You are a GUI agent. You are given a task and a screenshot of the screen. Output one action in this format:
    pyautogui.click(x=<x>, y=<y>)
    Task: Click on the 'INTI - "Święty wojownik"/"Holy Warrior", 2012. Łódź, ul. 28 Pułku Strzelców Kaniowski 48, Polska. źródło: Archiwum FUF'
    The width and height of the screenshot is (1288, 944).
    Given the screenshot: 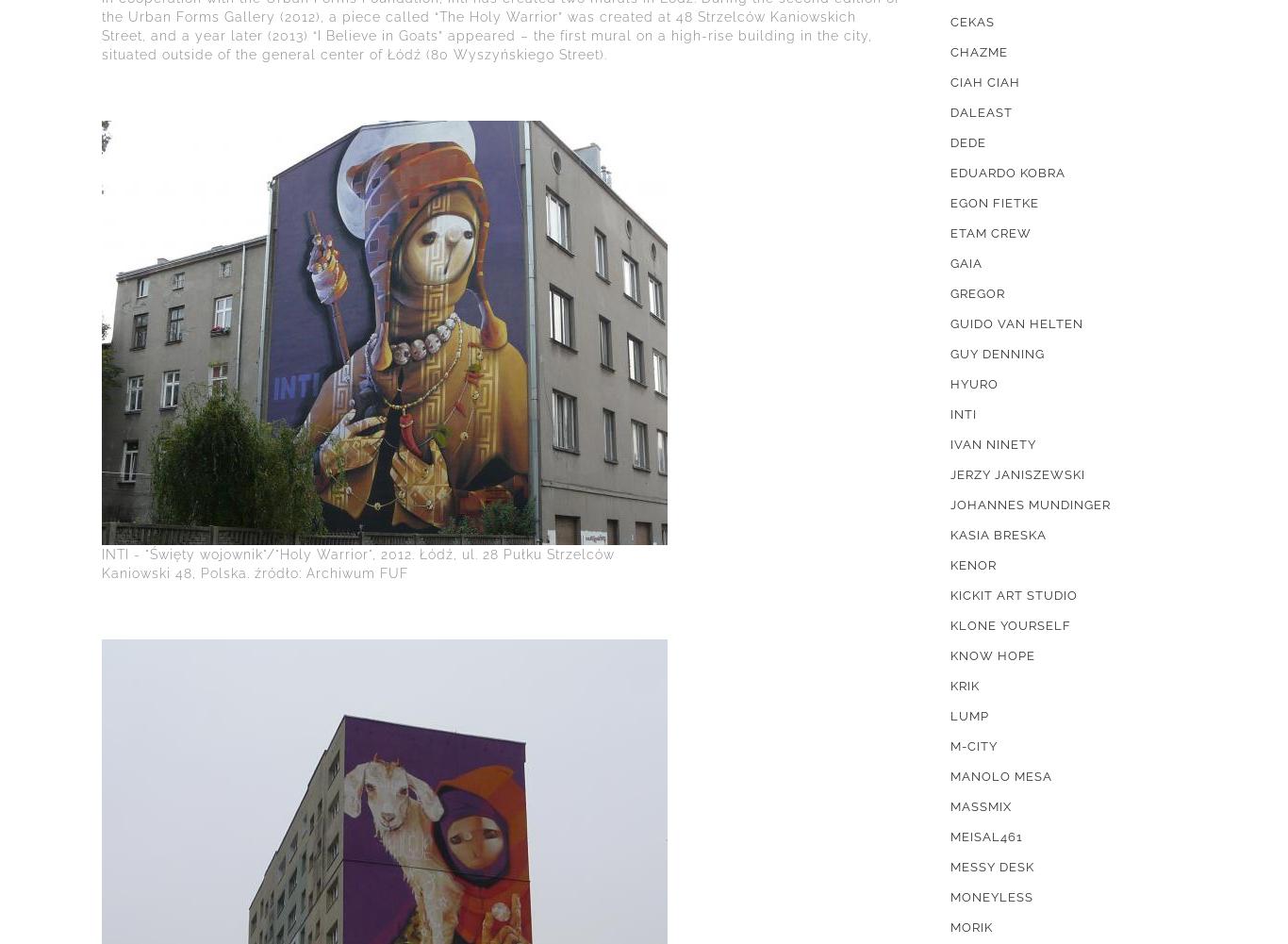 What is the action you would take?
    pyautogui.click(x=357, y=563)
    